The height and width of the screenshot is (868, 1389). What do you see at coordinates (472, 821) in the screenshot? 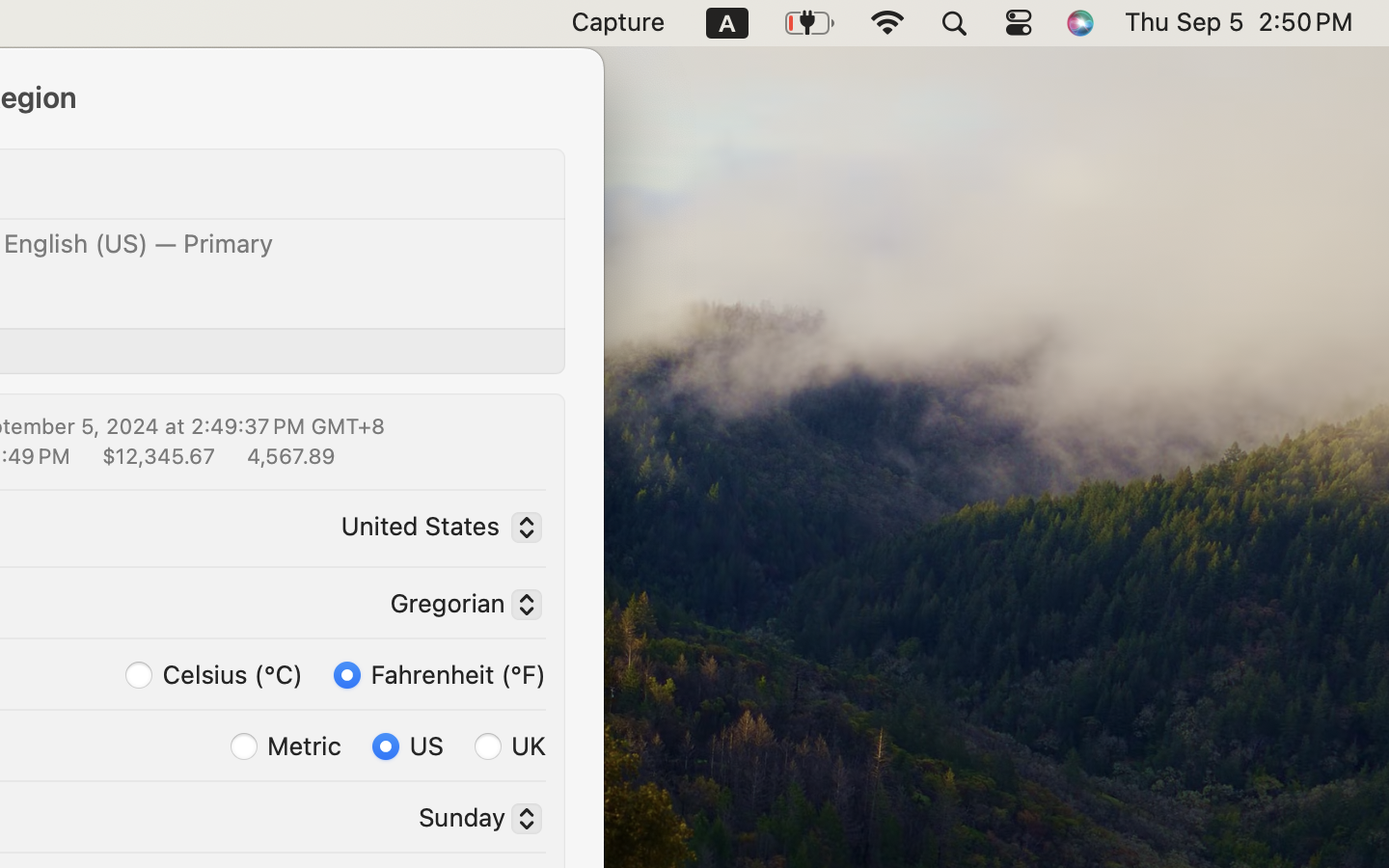
I see `'Sunday'` at bounding box center [472, 821].